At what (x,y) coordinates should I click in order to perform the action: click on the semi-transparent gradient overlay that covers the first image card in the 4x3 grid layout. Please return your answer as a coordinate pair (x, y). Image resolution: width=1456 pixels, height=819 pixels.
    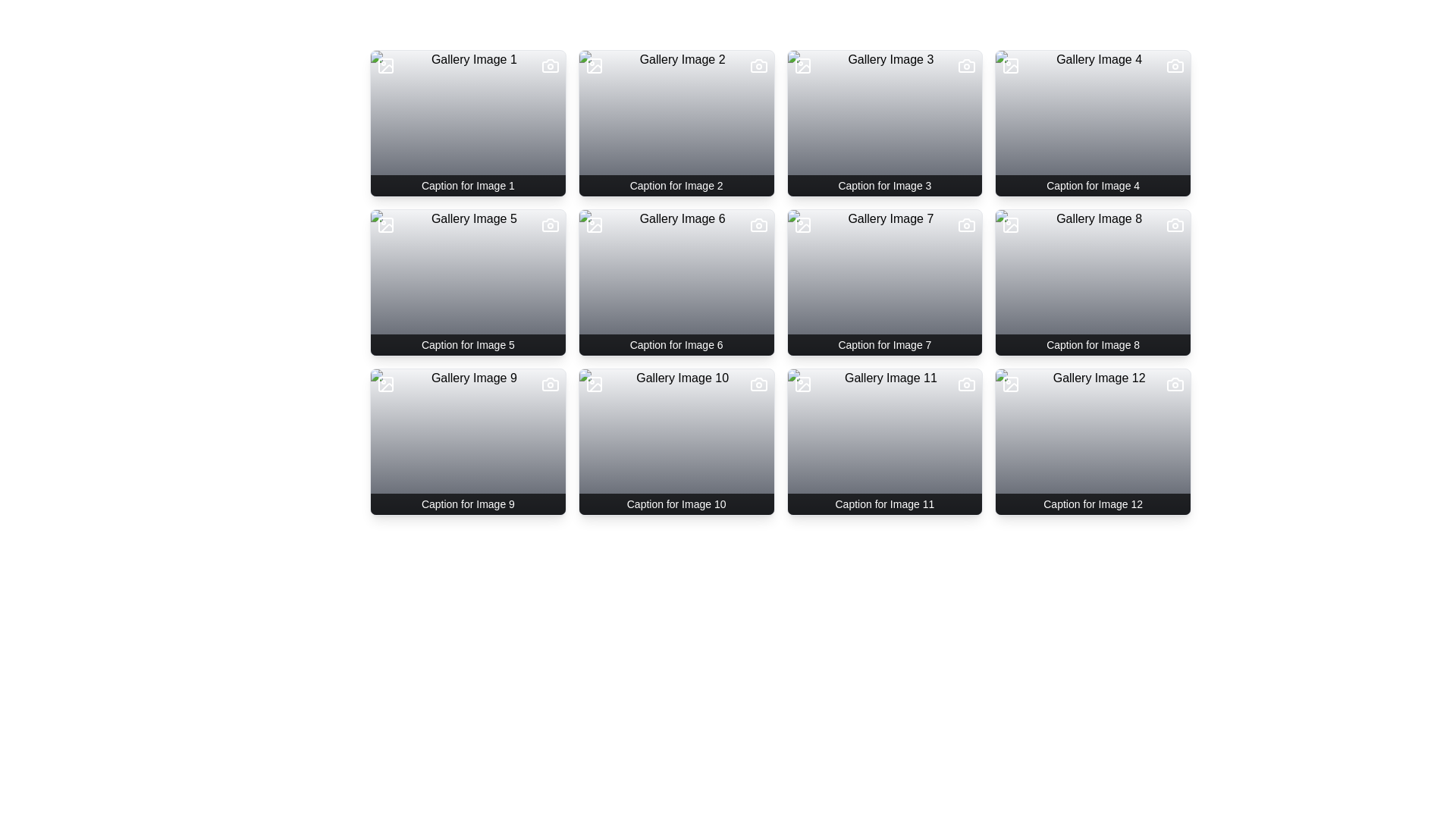
    Looking at the image, I should click on (467, 122).